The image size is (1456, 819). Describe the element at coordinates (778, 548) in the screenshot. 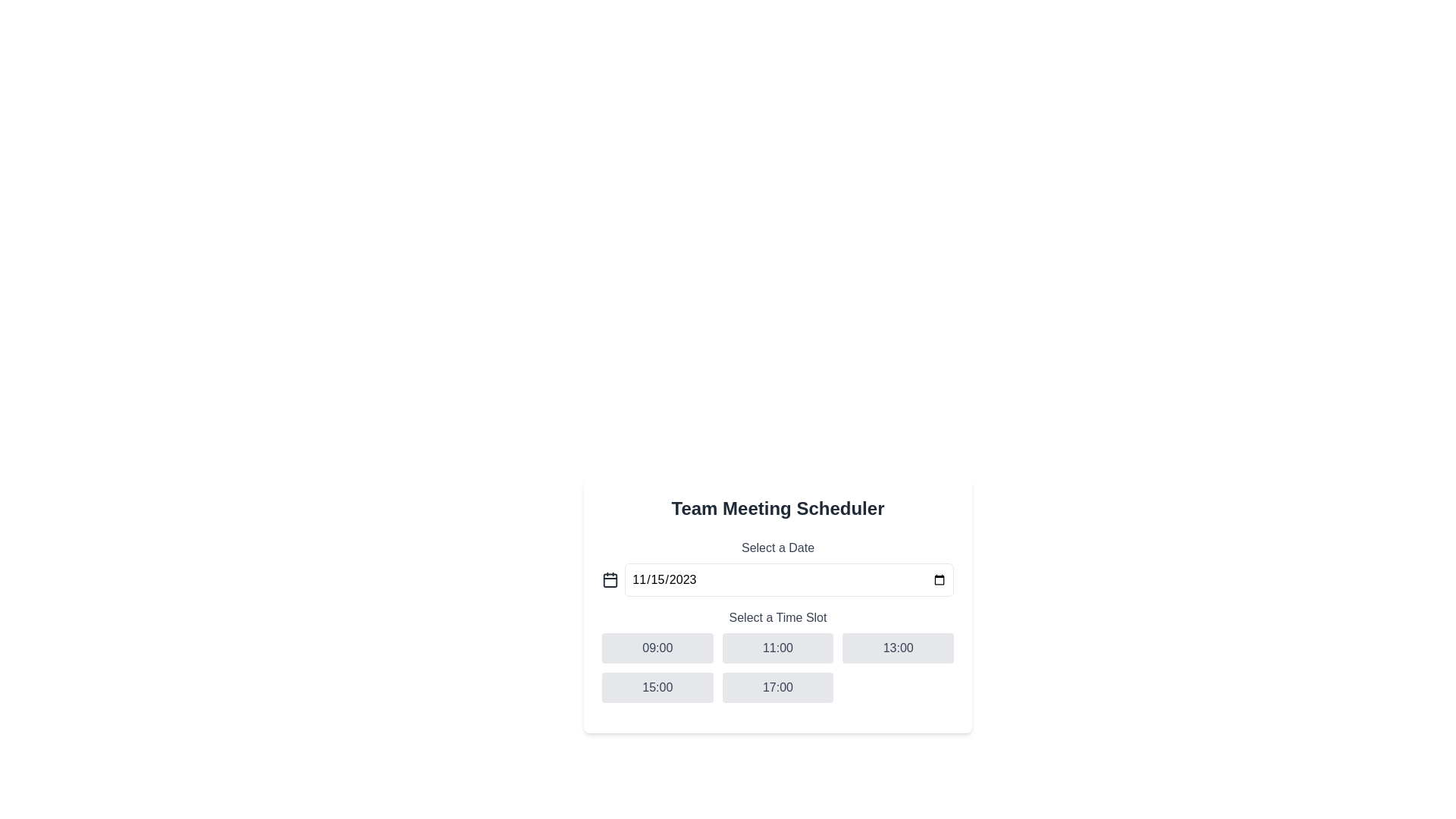

I see `the text label element that says 'Select a Date', which is styled with a medium-weight gray font and is positioned above the date picker input field` at that location.